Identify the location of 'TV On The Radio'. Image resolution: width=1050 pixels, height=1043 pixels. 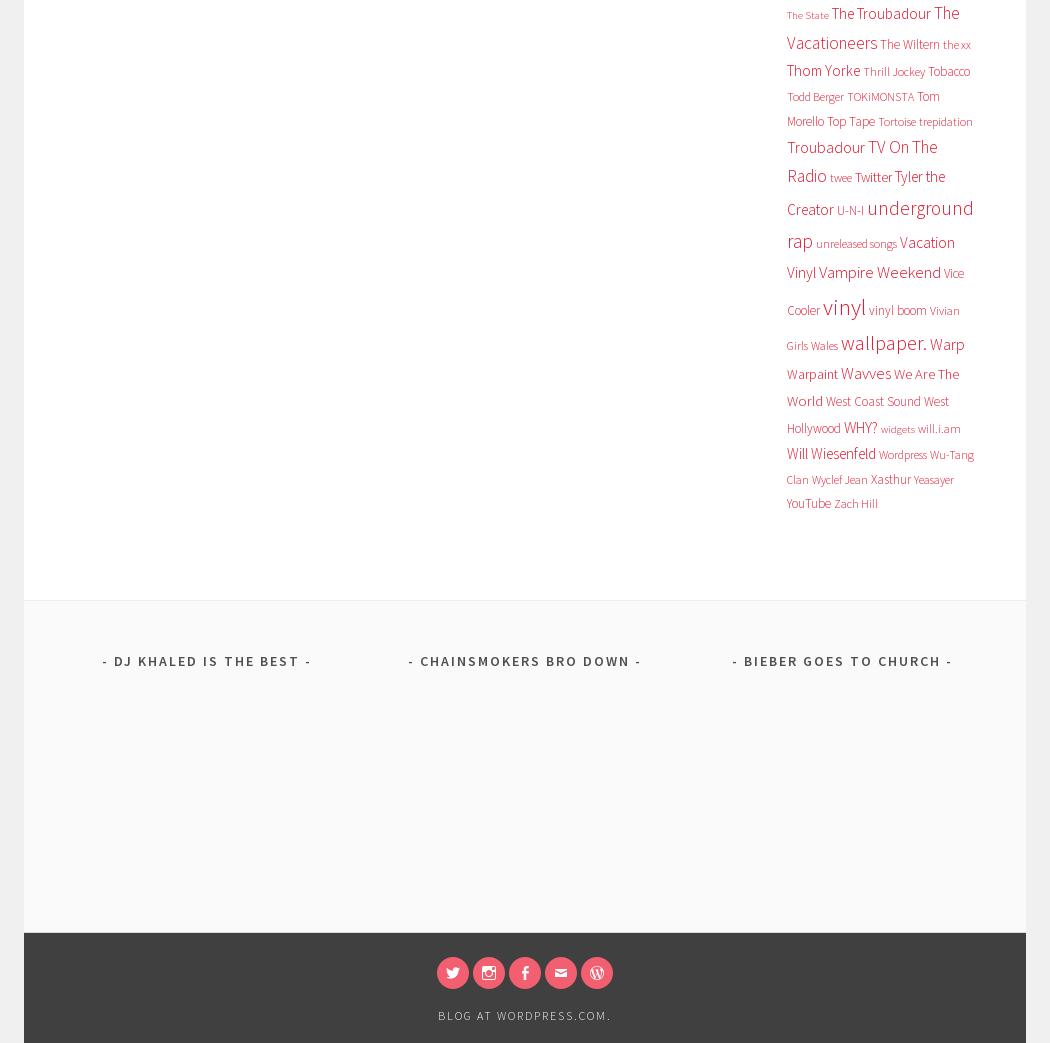
(861, 160).